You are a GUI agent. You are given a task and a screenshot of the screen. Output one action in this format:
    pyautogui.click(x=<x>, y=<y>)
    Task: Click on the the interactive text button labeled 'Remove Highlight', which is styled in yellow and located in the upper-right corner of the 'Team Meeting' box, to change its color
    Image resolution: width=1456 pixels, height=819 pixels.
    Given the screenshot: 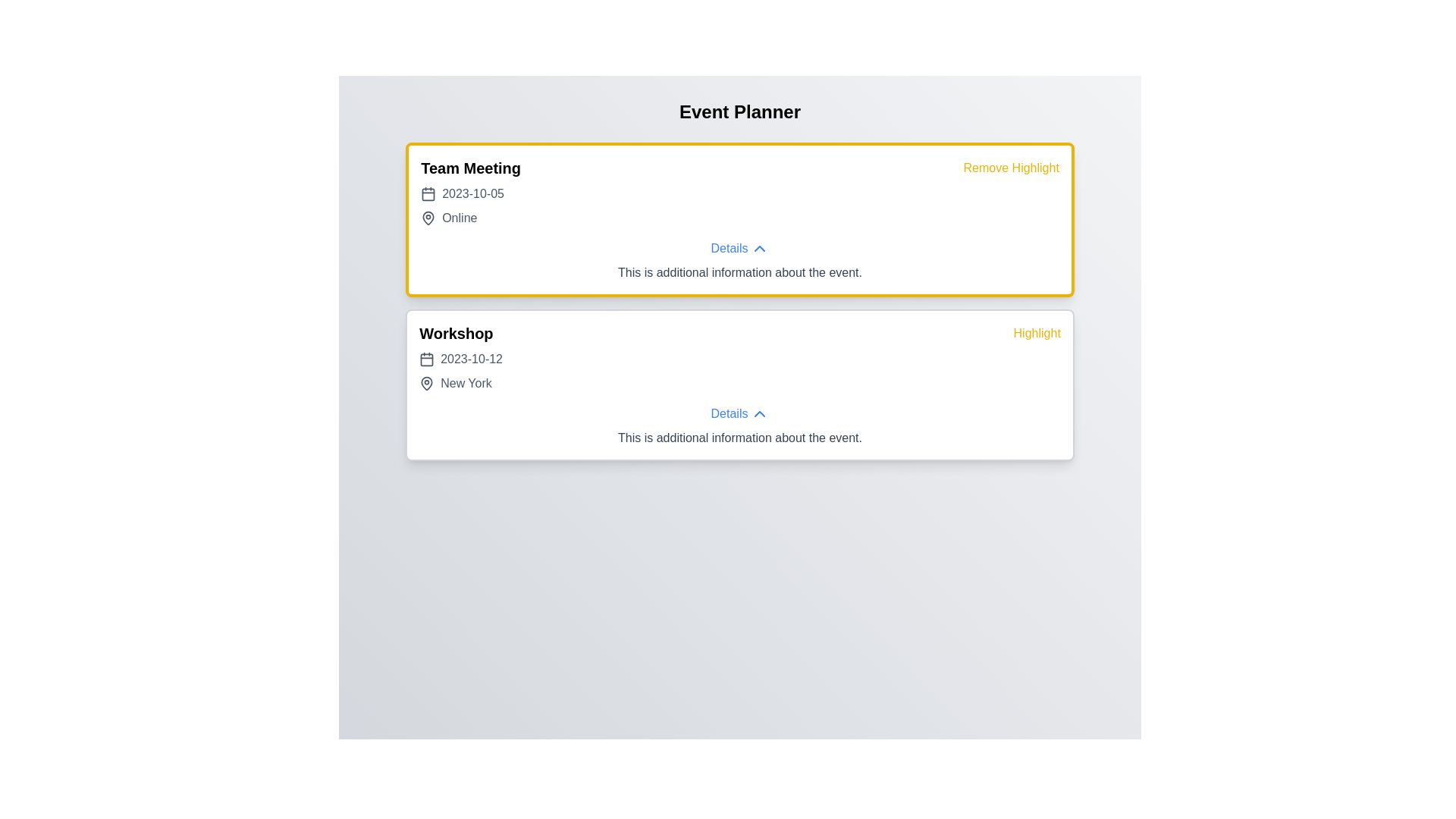 What is the action you would take?
    pyautogui.click(x=1011, y=168)
    